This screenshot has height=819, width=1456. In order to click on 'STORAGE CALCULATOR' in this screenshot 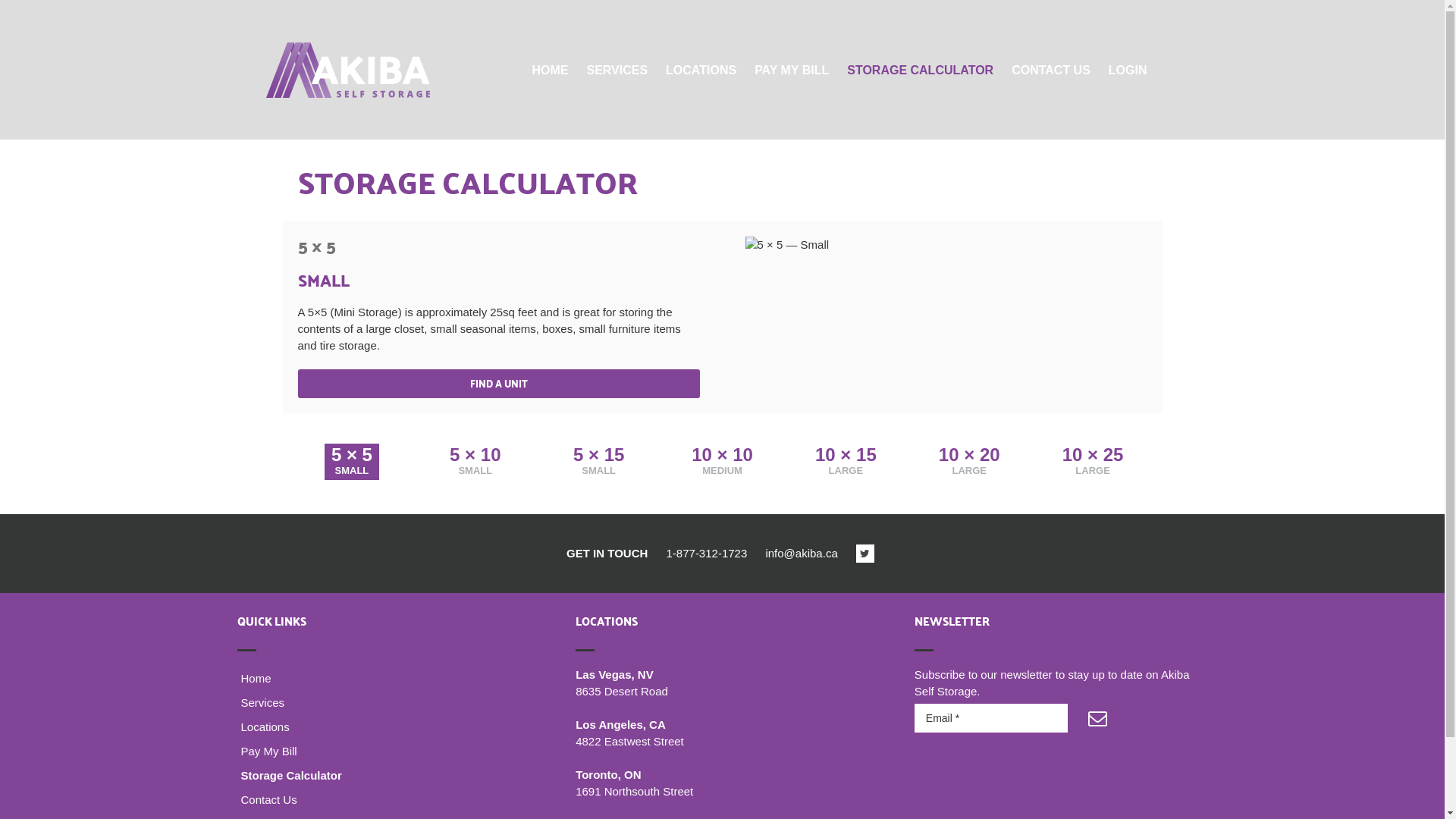, I will do `click(919, 70)`.